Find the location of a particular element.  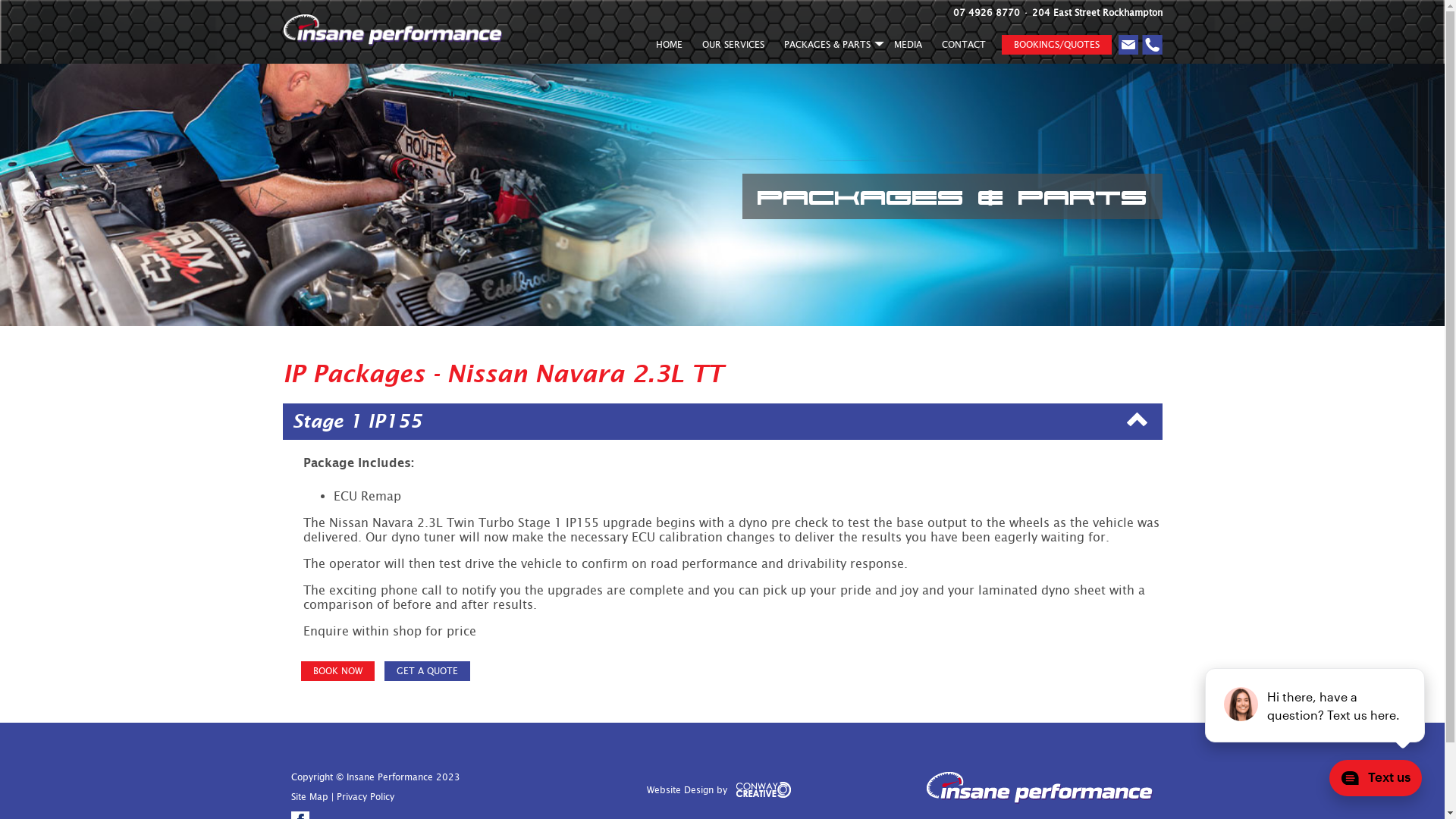

'PACKAGES & PARTS' is located at coordinates (827, 46).